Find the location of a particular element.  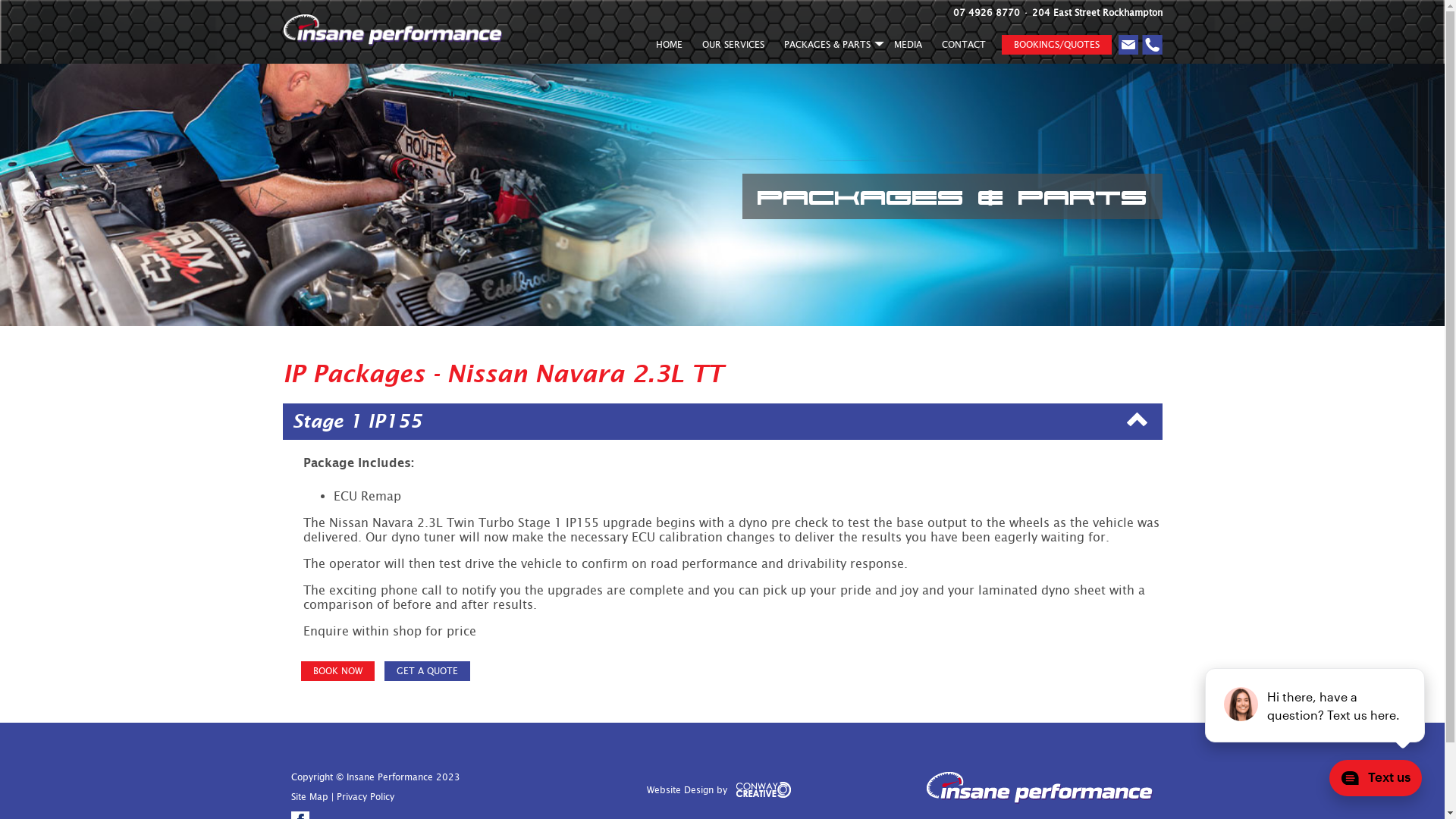

'PACKAGES & PARTS' is located at coordinates (827, 46).